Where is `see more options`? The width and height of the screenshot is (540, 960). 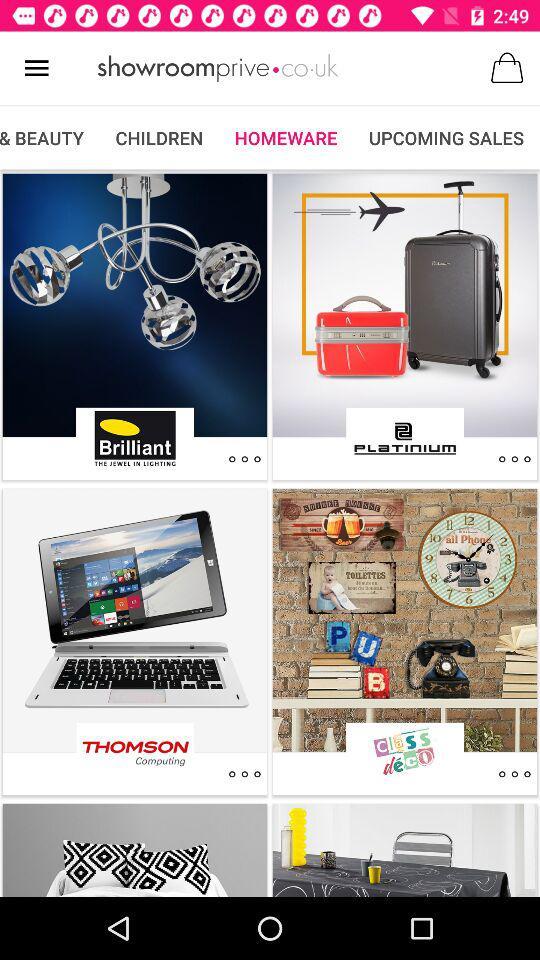
see more options is located at coordinates (244, 459).